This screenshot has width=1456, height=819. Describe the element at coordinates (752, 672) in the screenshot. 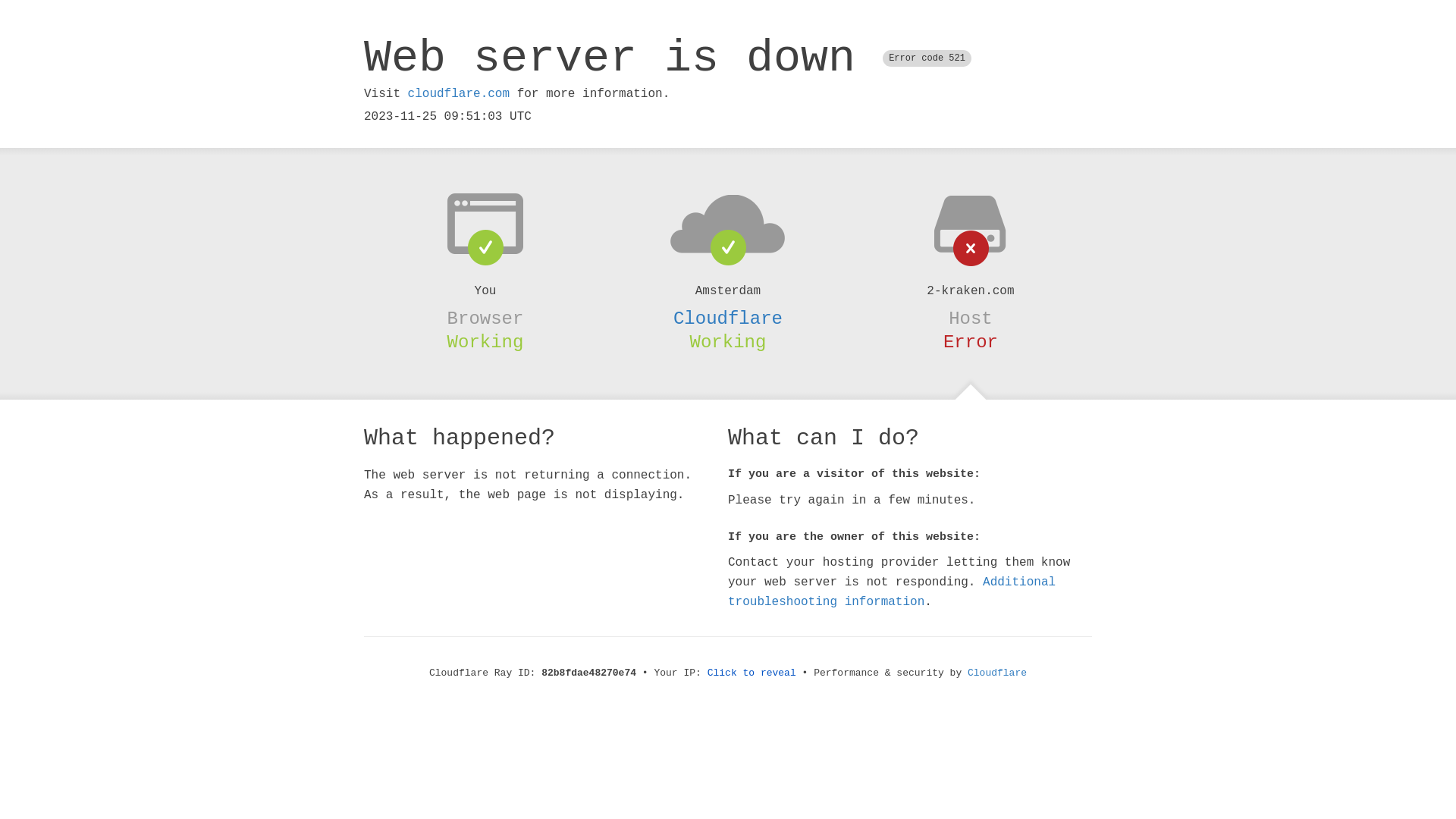

I see `'Click to reveal'` at that location.